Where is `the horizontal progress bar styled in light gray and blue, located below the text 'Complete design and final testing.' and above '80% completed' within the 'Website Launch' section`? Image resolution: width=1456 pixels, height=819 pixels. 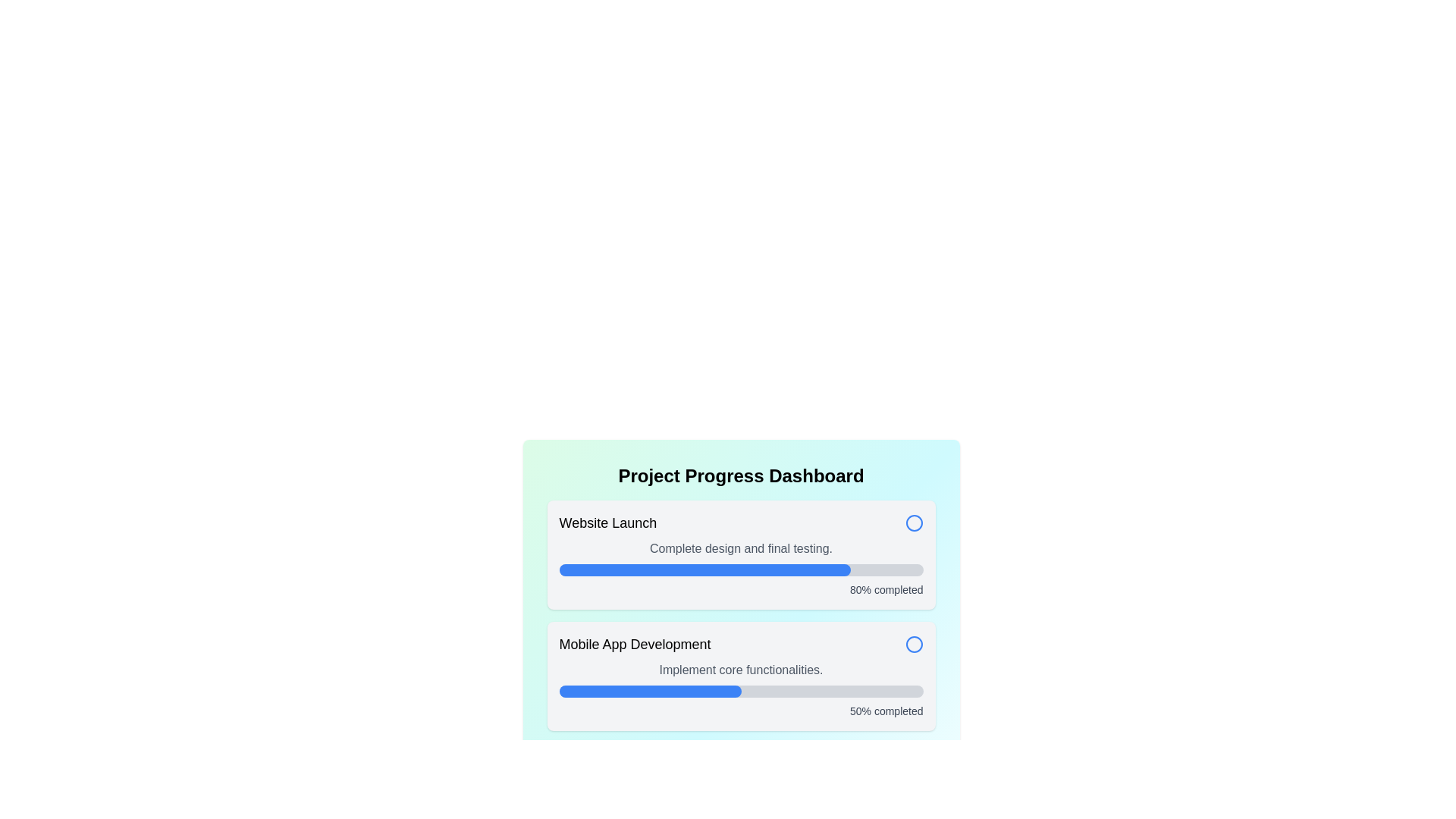 the horizontal progress bar styled in light gray and blue, located below the text 'Complete design and final testing.' and above '80% completed' within the 'Website Launch' section is located at coordinates (741, 570).